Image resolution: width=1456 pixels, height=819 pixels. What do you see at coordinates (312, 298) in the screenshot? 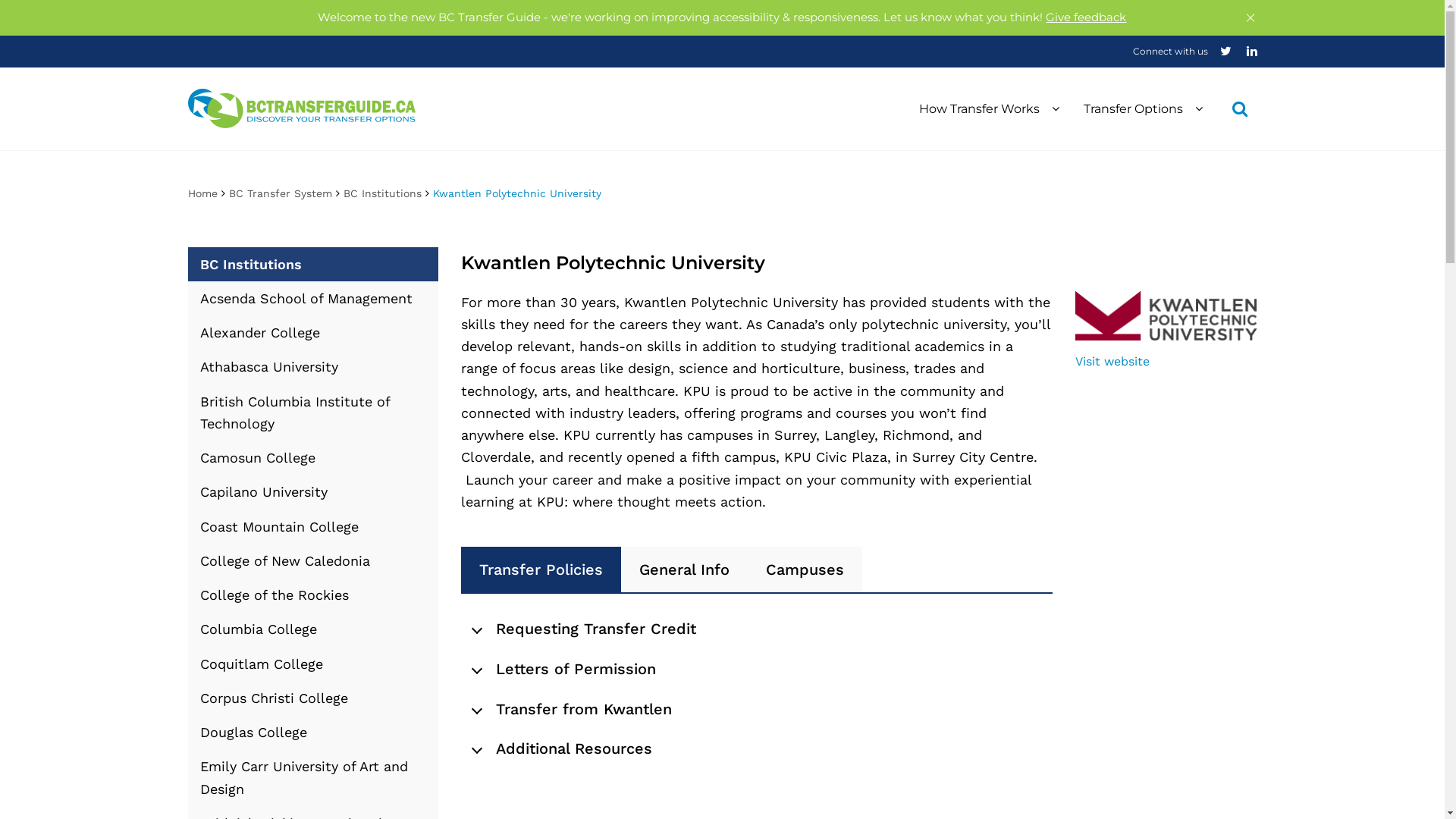
I see `'Acsenda School of Management'` at bounding box center [312, 298].